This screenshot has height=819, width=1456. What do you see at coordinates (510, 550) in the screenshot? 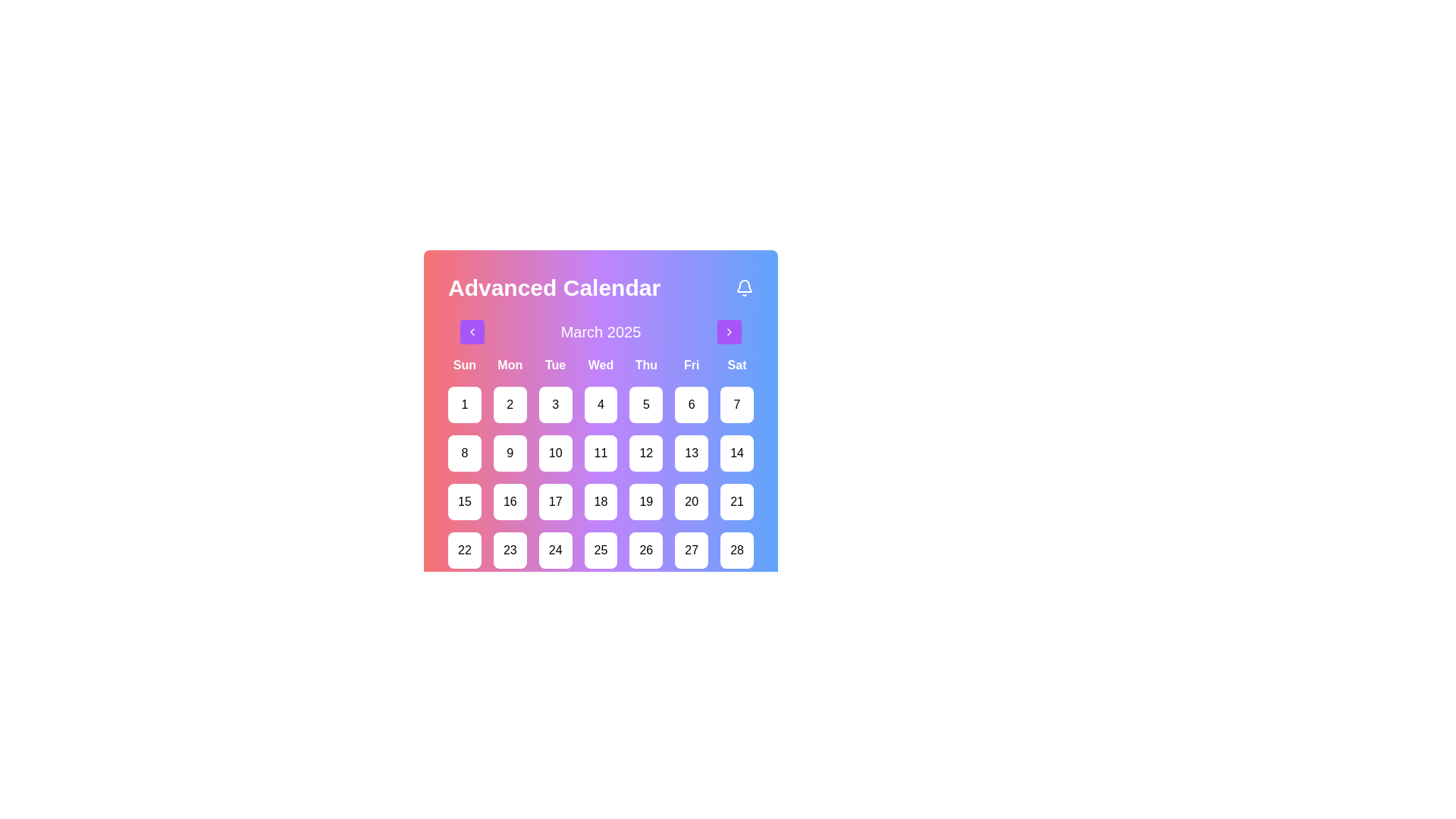
I see `the button representing the 23rd day of the calendar` at bounding box center [510, 550].